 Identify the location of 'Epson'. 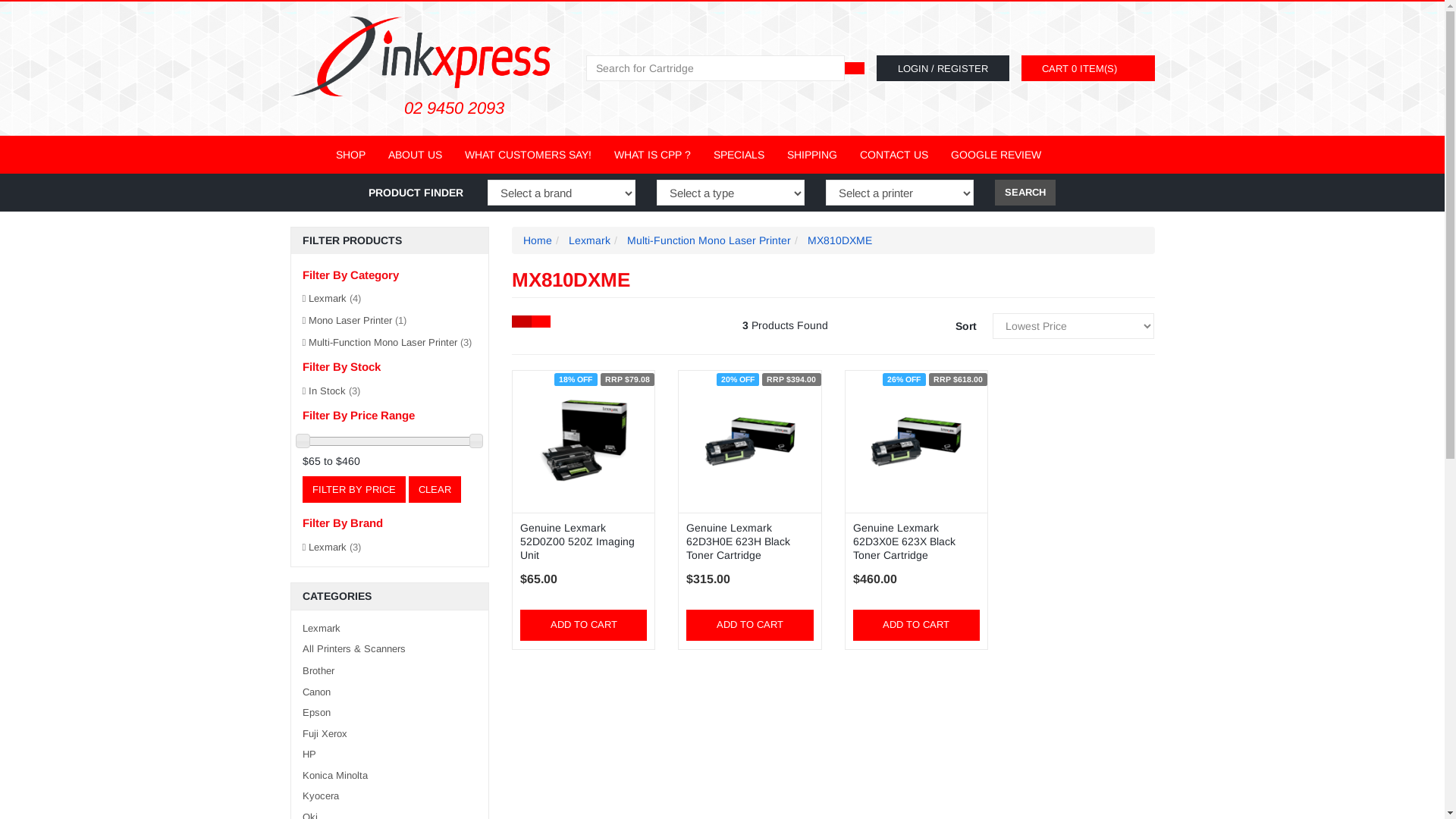
(291, 713).